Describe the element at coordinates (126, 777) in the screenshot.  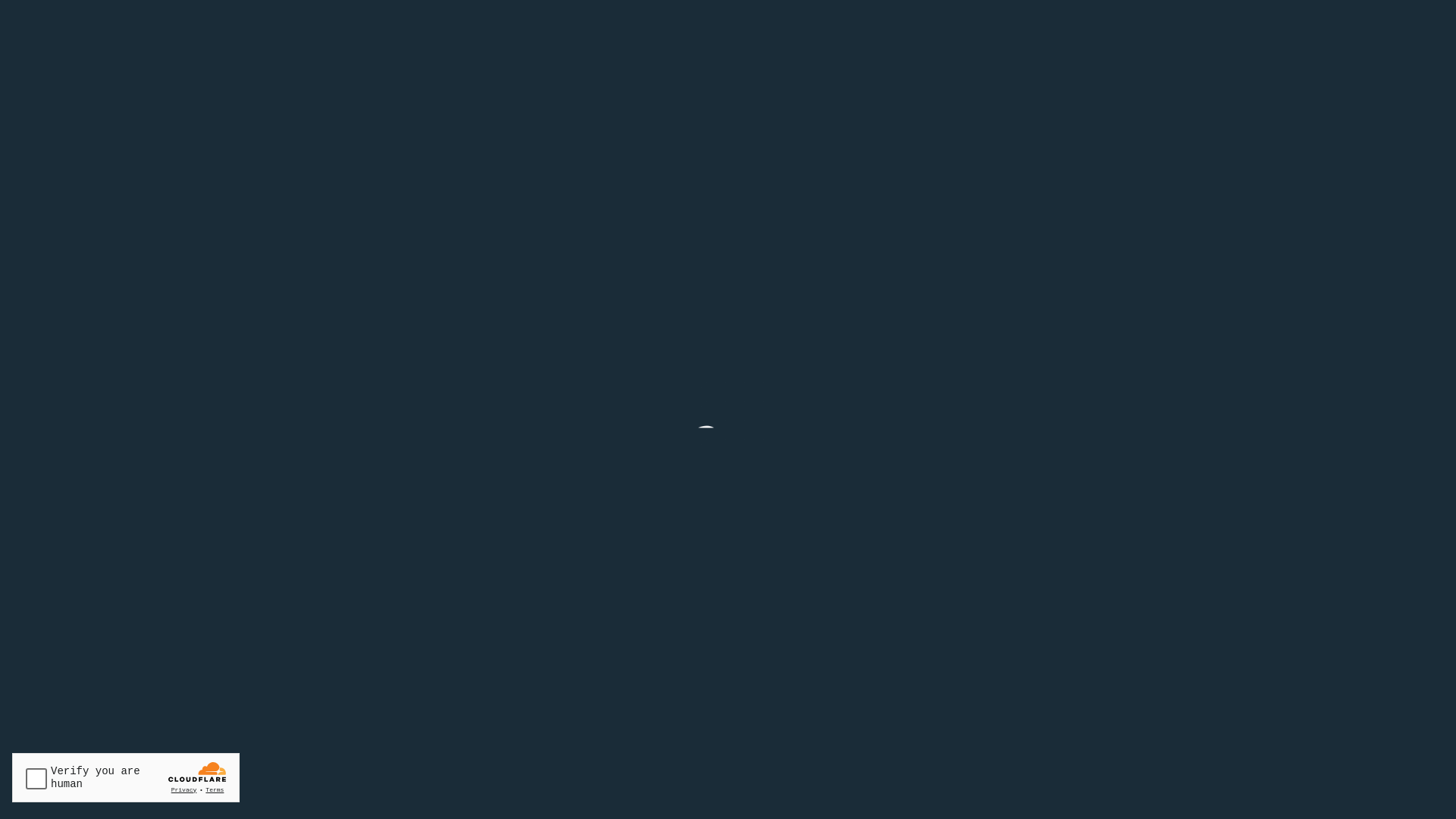
I see `'Widget containing a Cloudflare security challenge'` at that location.